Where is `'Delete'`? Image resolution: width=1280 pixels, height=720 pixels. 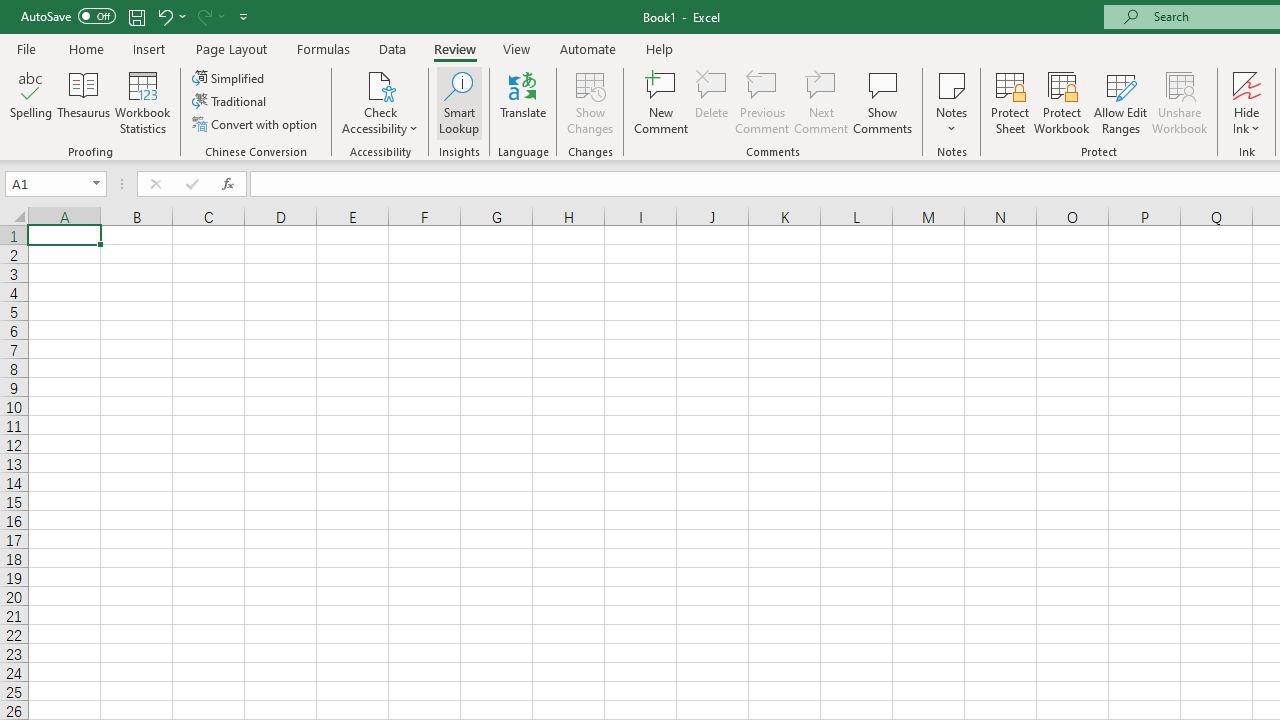 'Delete' is located at coordinates (712, 103).